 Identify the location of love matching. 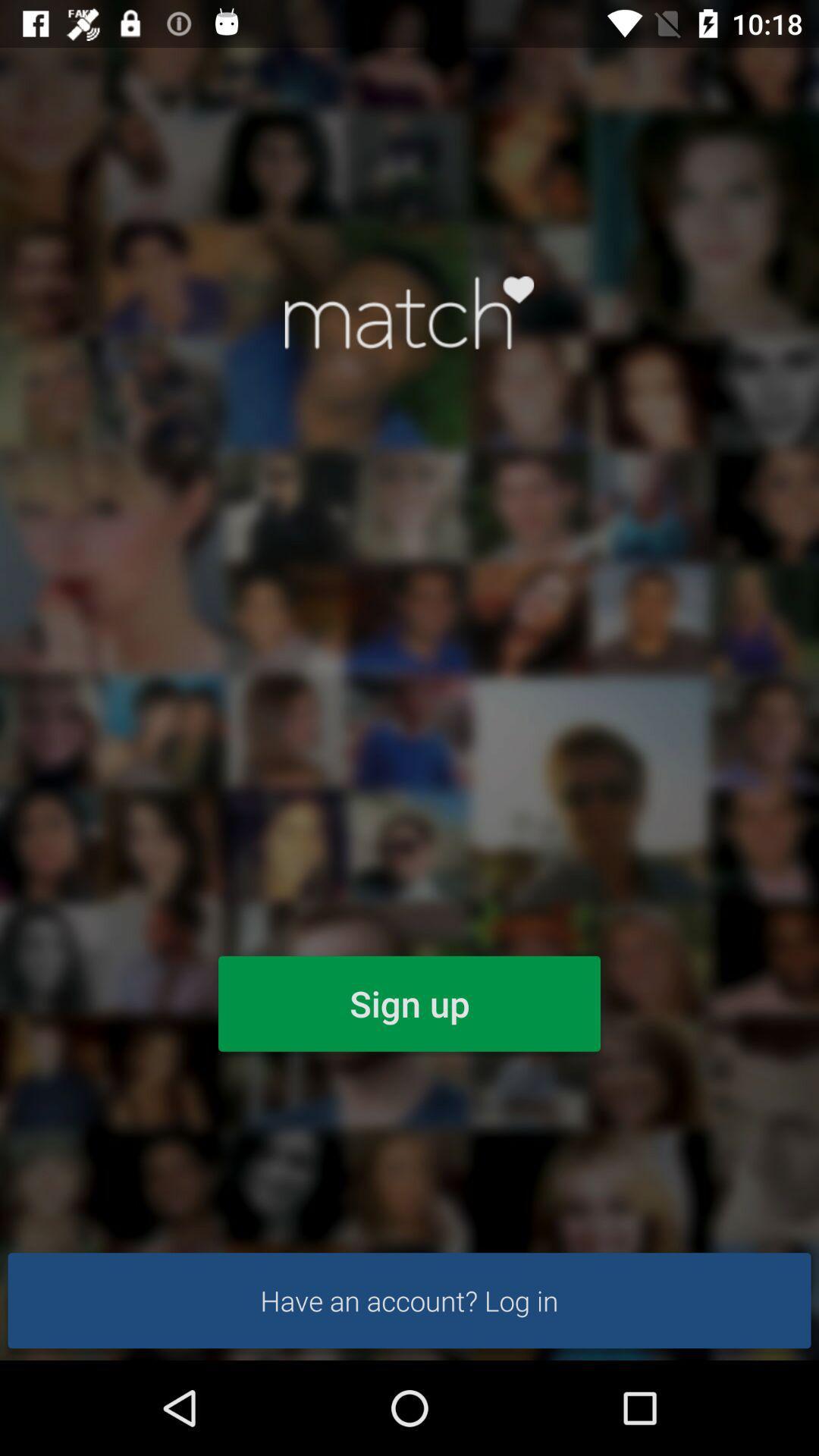
(409, 312).